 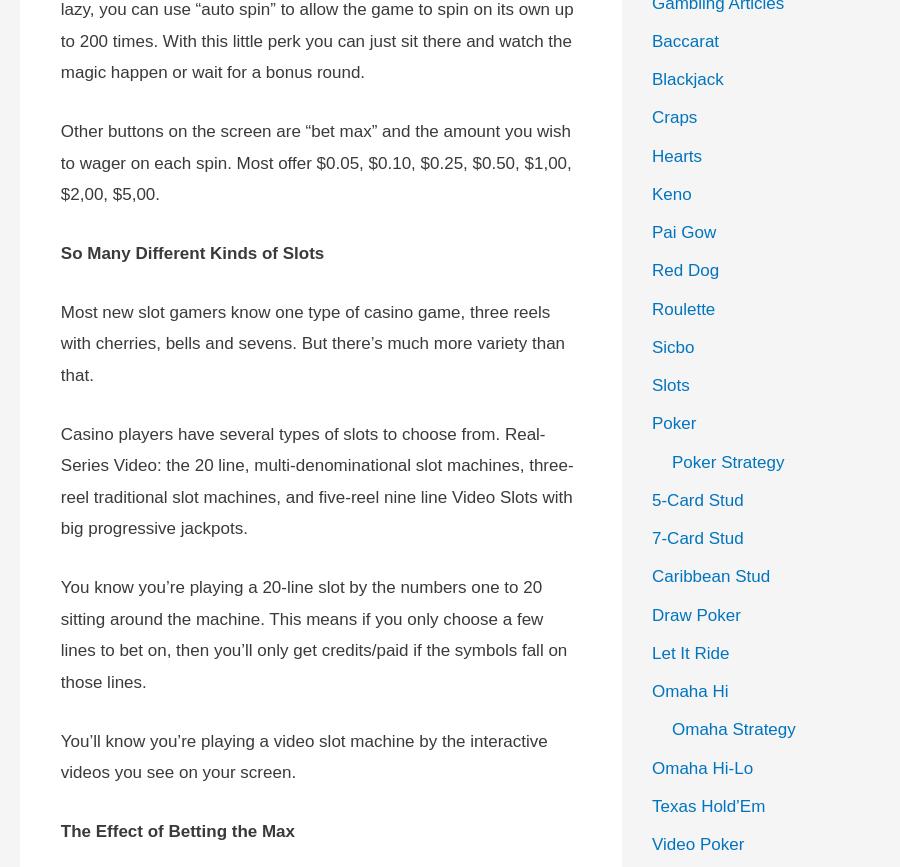 I want to click on 'You know you’re playing a 20-line slot by the numbers one to 20 sitting around the machine. This means if you only choose a few lines to bet on, then you’ll only get credits/paid if the symbols fall on those lines.', so click(x=312, y=633).